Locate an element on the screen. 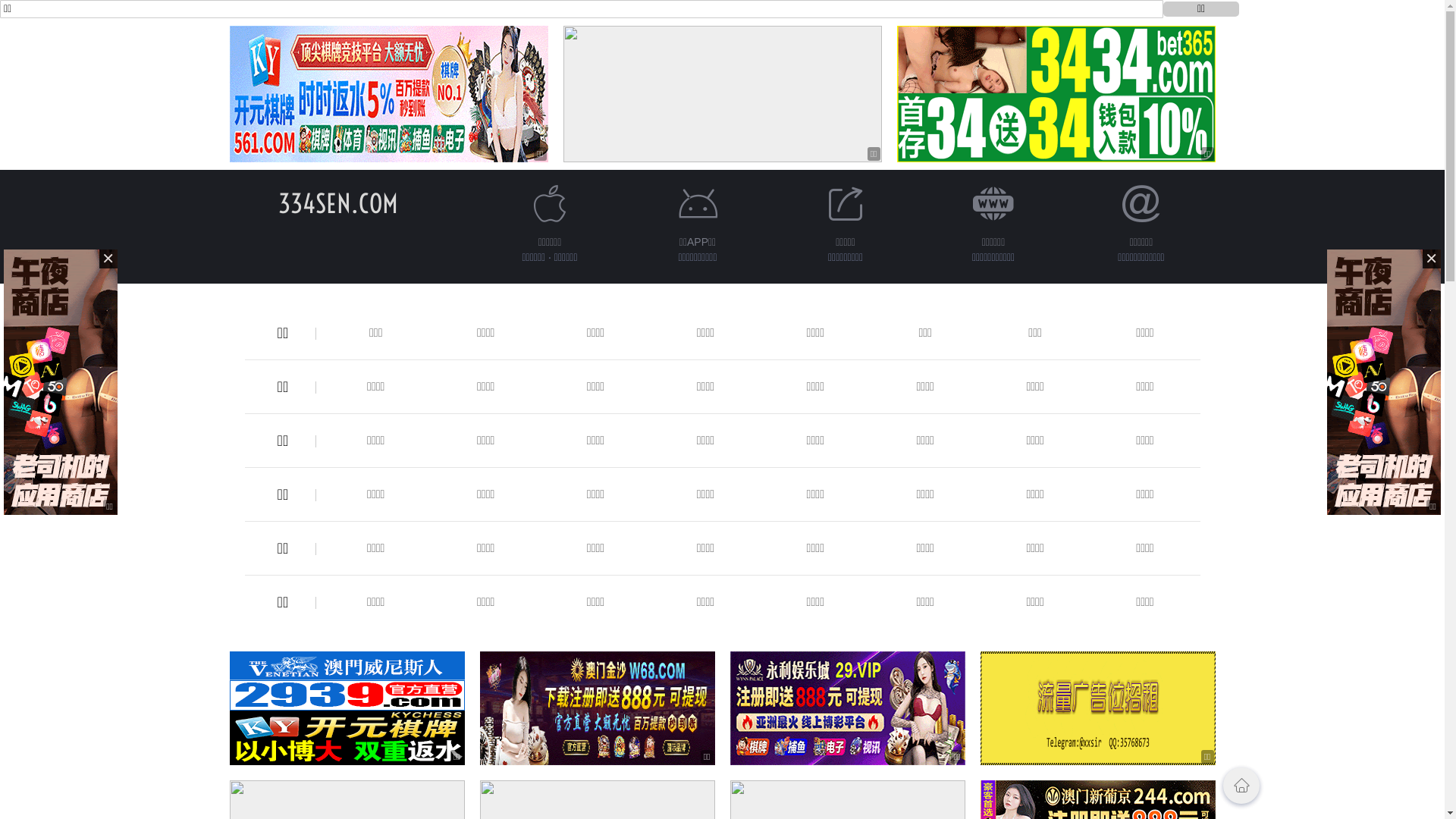 The image size is (1456, 819). '334SEN.COM' is located at coordinates (277, 202).